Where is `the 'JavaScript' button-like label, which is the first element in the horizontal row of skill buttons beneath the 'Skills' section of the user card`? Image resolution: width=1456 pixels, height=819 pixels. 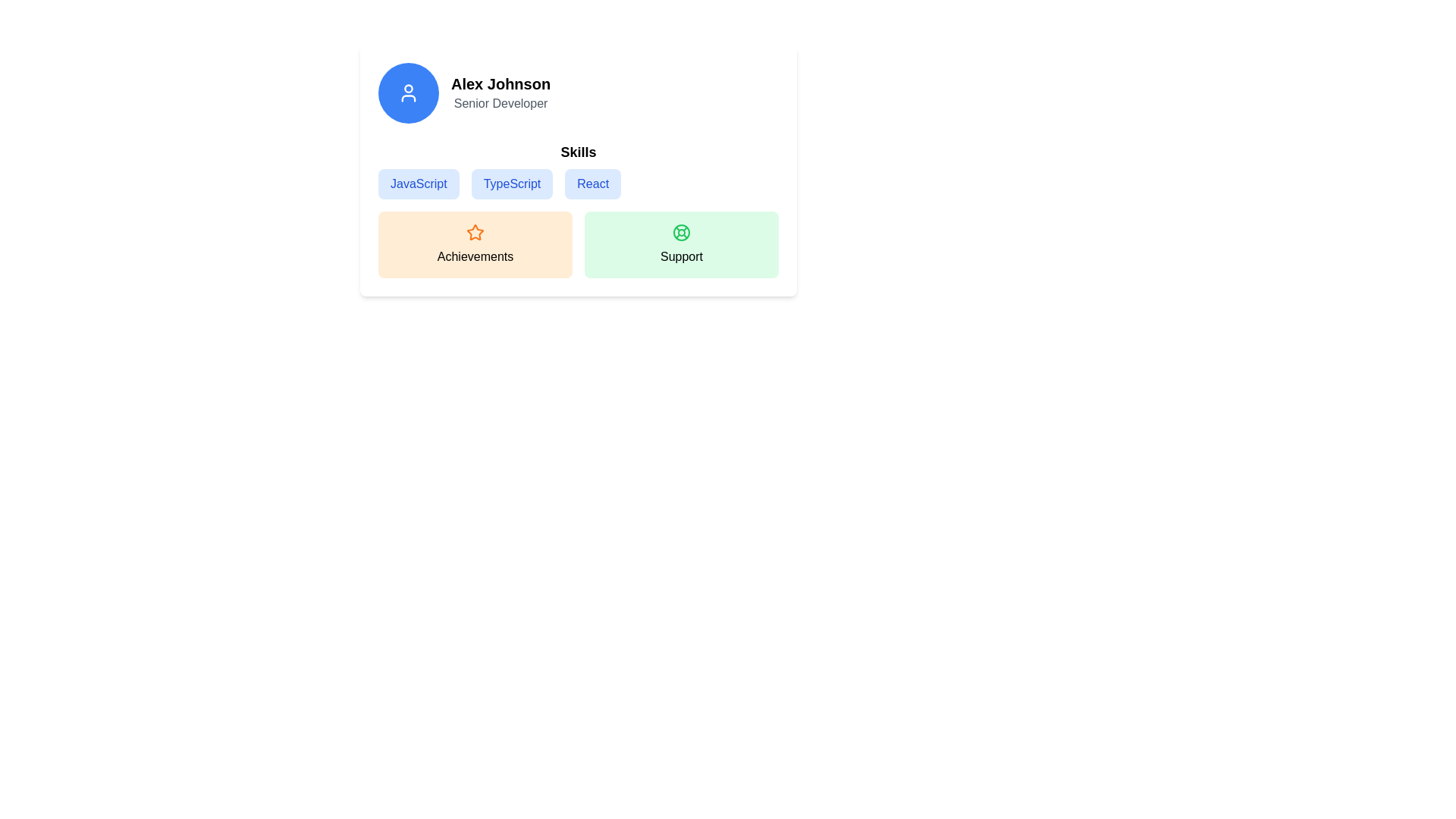
the 'JavaScript' button-like label, which is the first element in the horizontal row of skill buttons beneath the 'Skills' section of the user card is located at coordinates (419, 184).